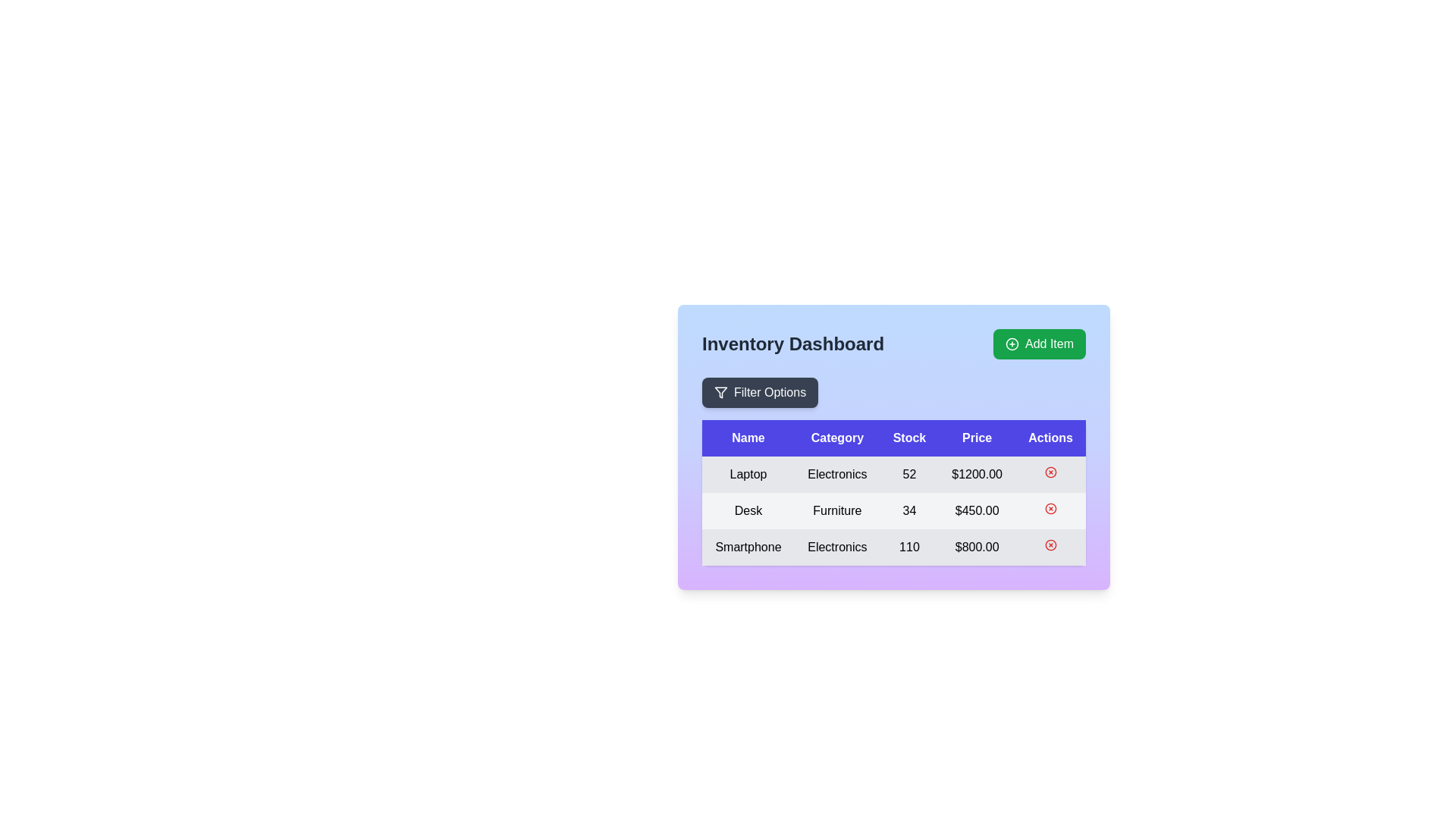 Image resolution: width=1456 pixels, height=819 pixels. What do you see at coordinates (1039, 344) in the screenshot?
I see `the 'Add Item' button located in the top-right corner of the 'Inventory Dashboard'` at bounding box center [1039, 344].